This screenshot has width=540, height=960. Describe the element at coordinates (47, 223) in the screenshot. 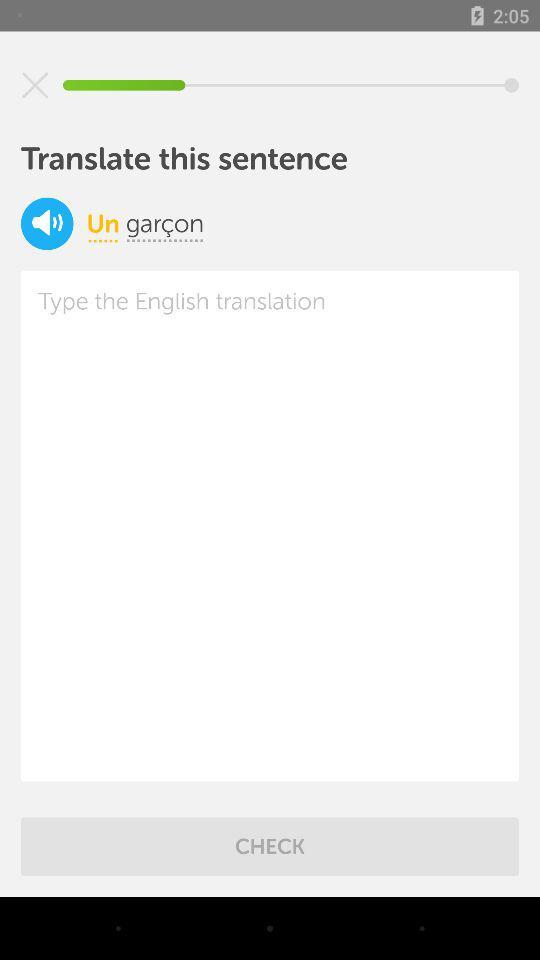

I see `pronounce the phrase` at that location.